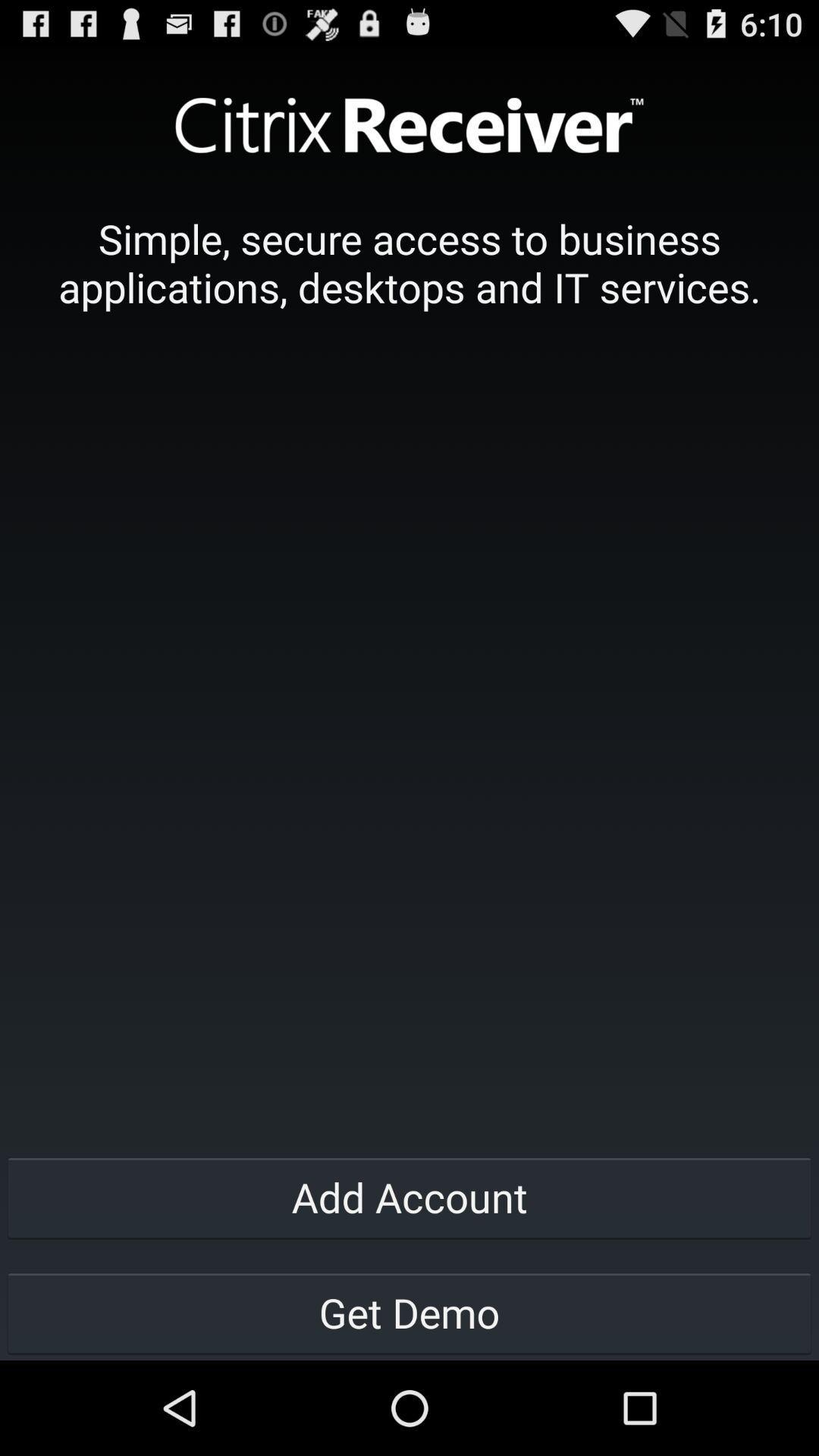  Describe the element at coordinates (409, 1196) in the screenshot. I see `the add account item` at that location.